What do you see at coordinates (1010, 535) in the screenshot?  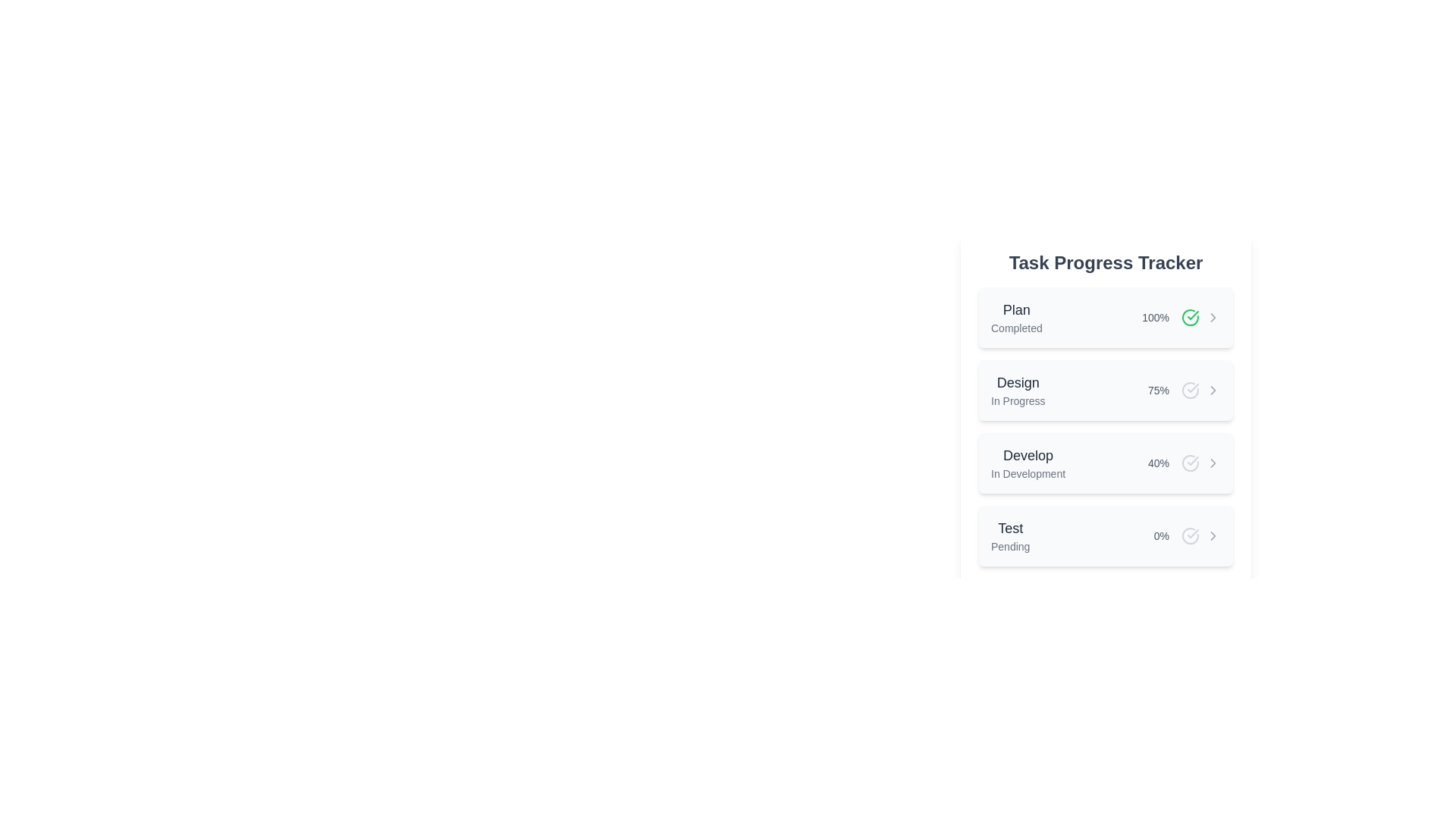 I see `the Text label group that displays 'Test' in bold and 'Pending' in gray, located in the fourth position of the task list section` at bounding box center [1010, 535].